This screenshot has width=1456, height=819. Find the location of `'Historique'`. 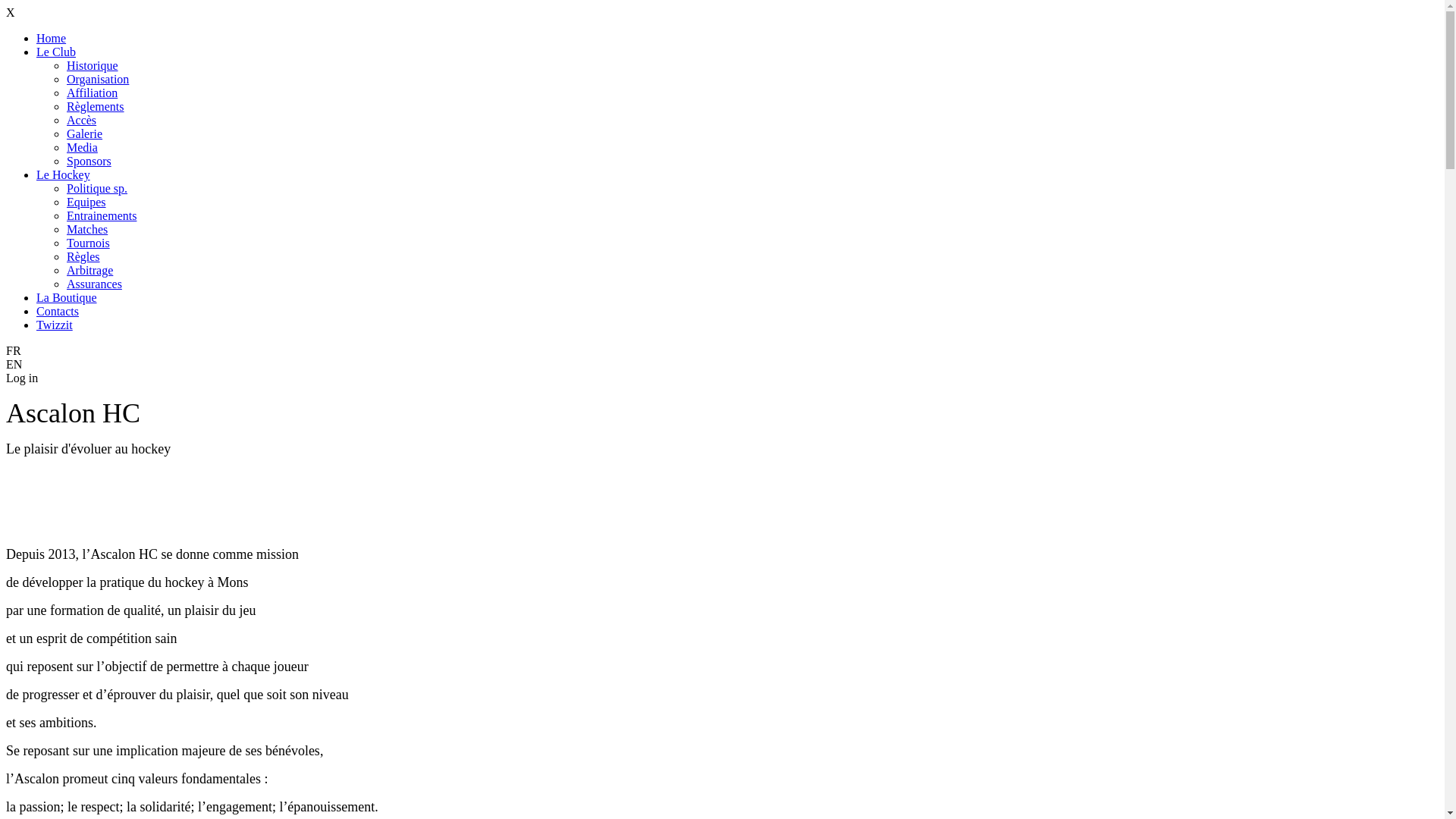

'Historique' is located at coordinates (91, 64).